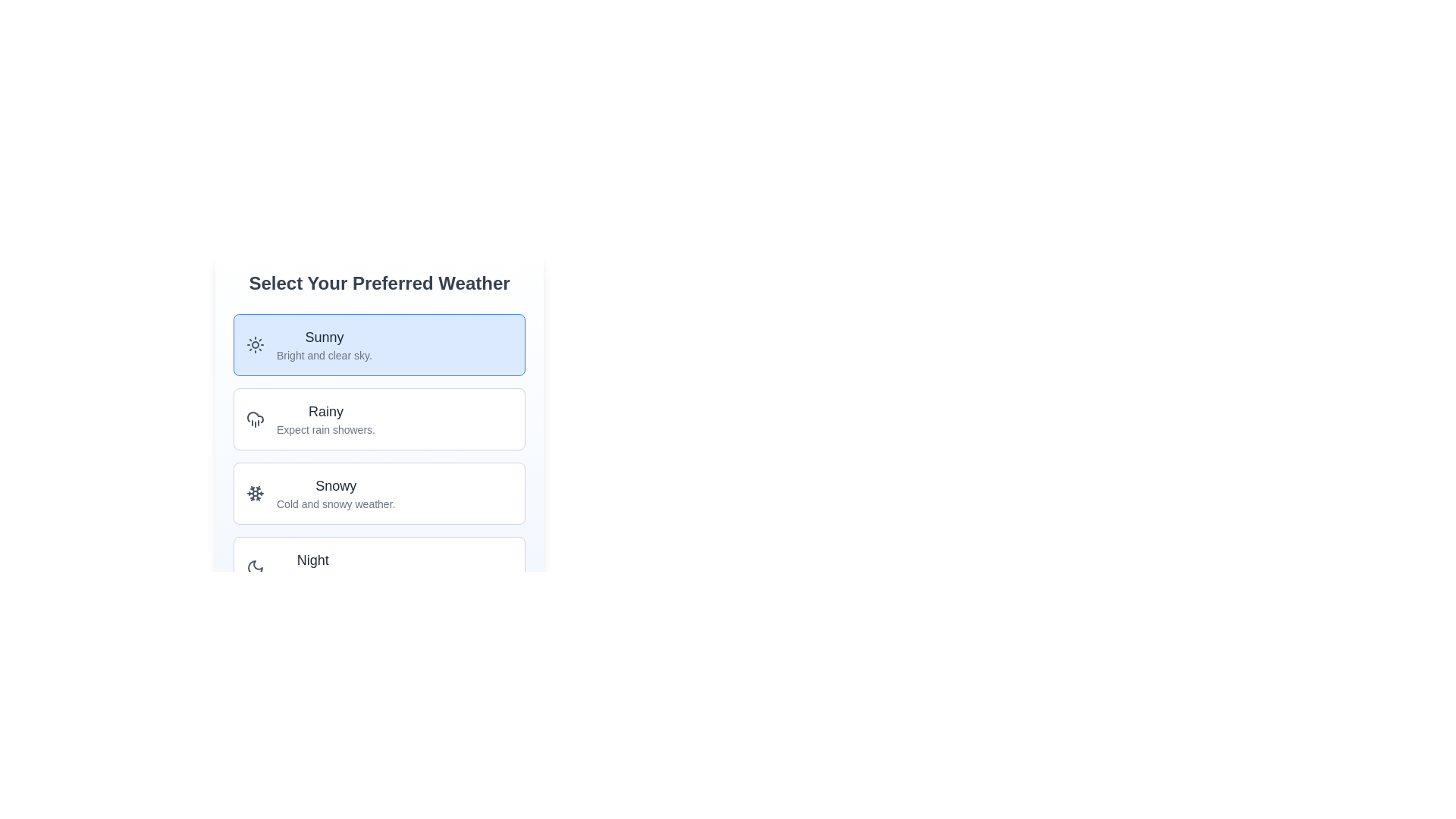  Describe the element at coordinates (323, 356) in the screenshot. I see `the descriptive text label explaining the 'Sunny' selection in the weather preference list, located directly below the larger 'Sunny' title text` at that location.